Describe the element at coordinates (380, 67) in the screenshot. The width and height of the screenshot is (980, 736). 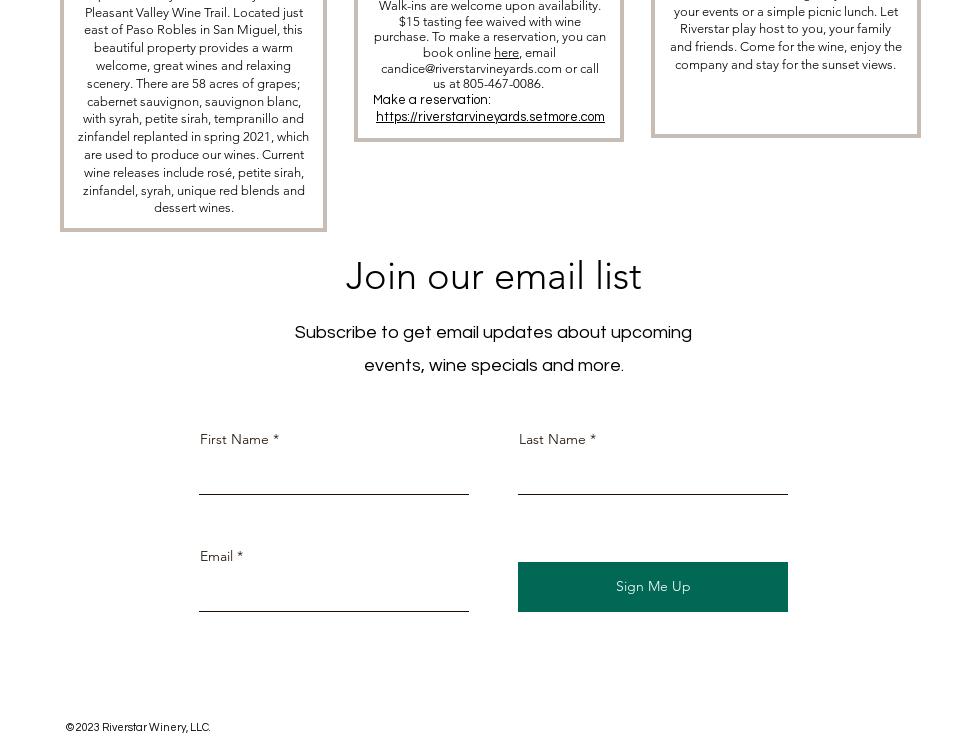
I see `'candice@riverstarvineyards.com'` at that location.